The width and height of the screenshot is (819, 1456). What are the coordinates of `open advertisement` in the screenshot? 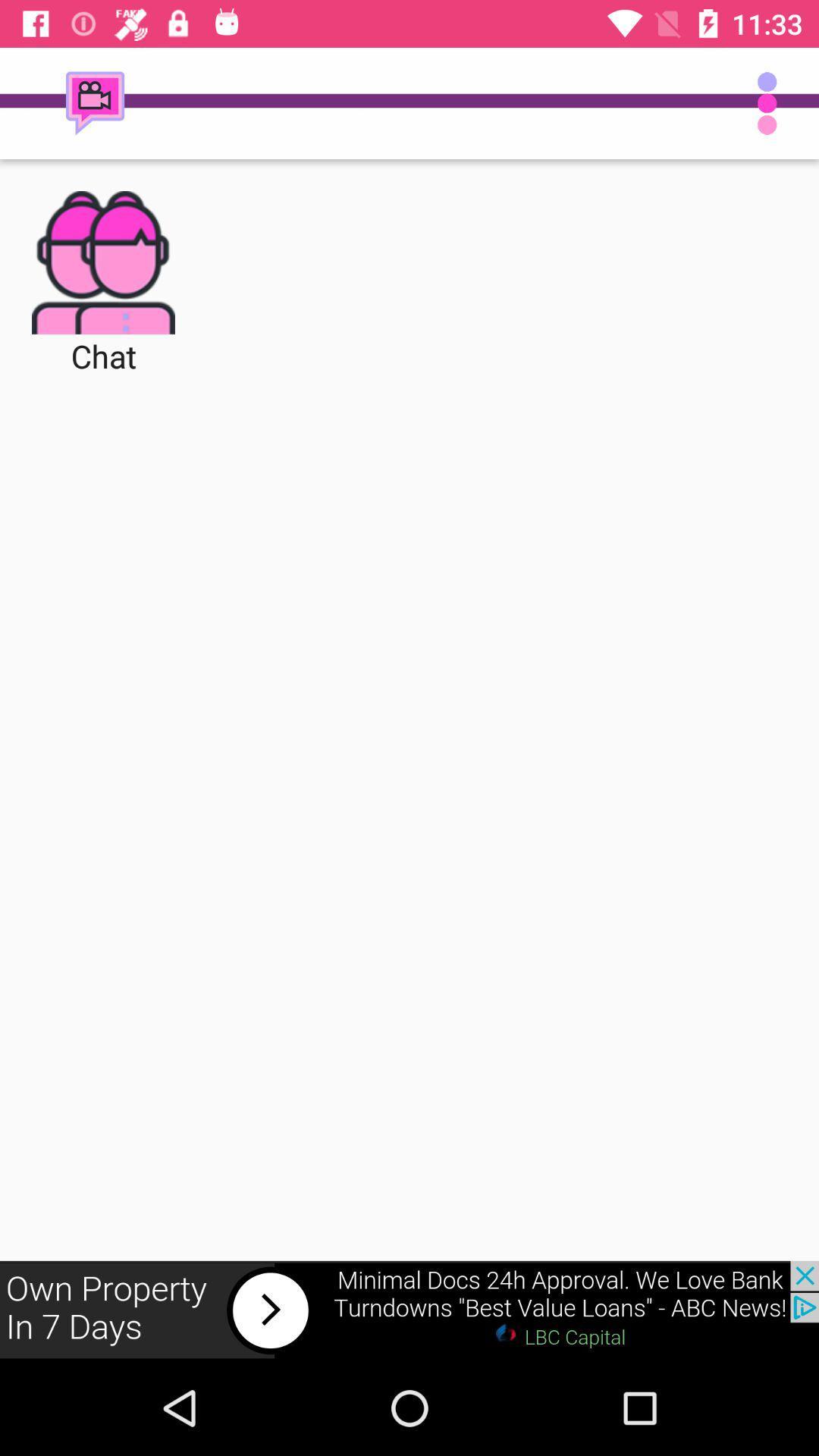 It's located at (409, 1310).